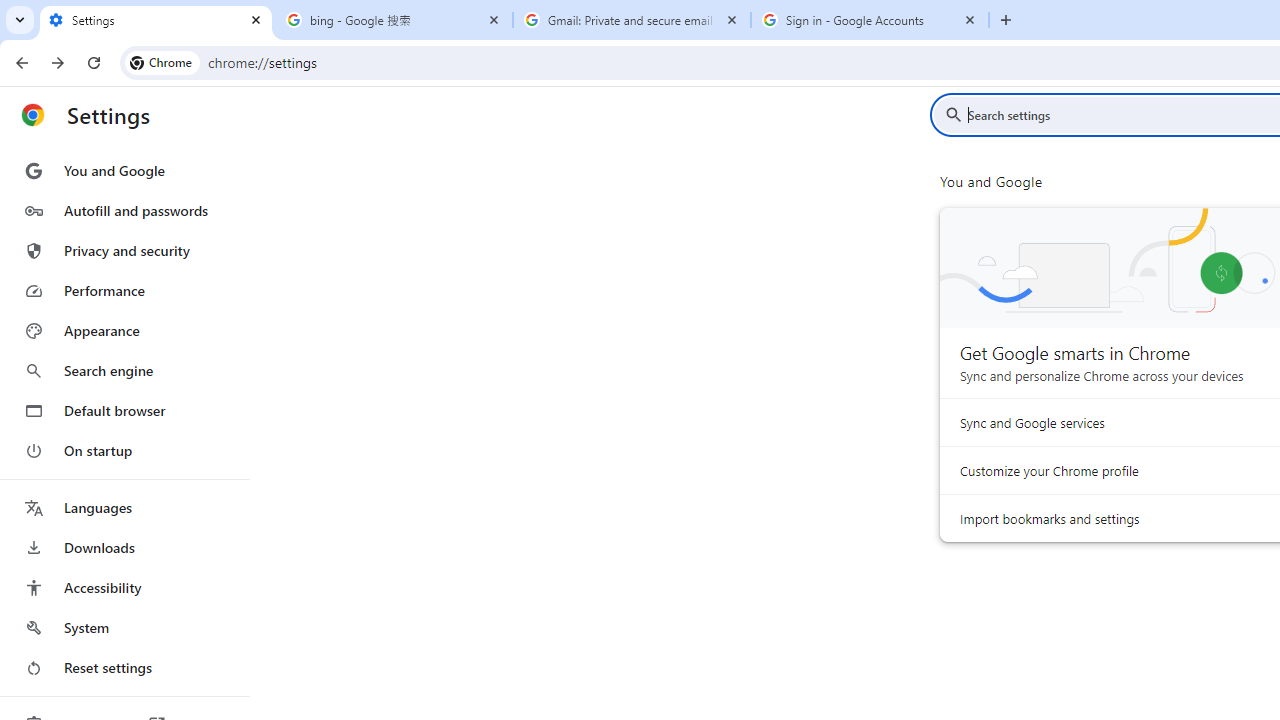  I want to click on 'Performance', so click(123, 290).